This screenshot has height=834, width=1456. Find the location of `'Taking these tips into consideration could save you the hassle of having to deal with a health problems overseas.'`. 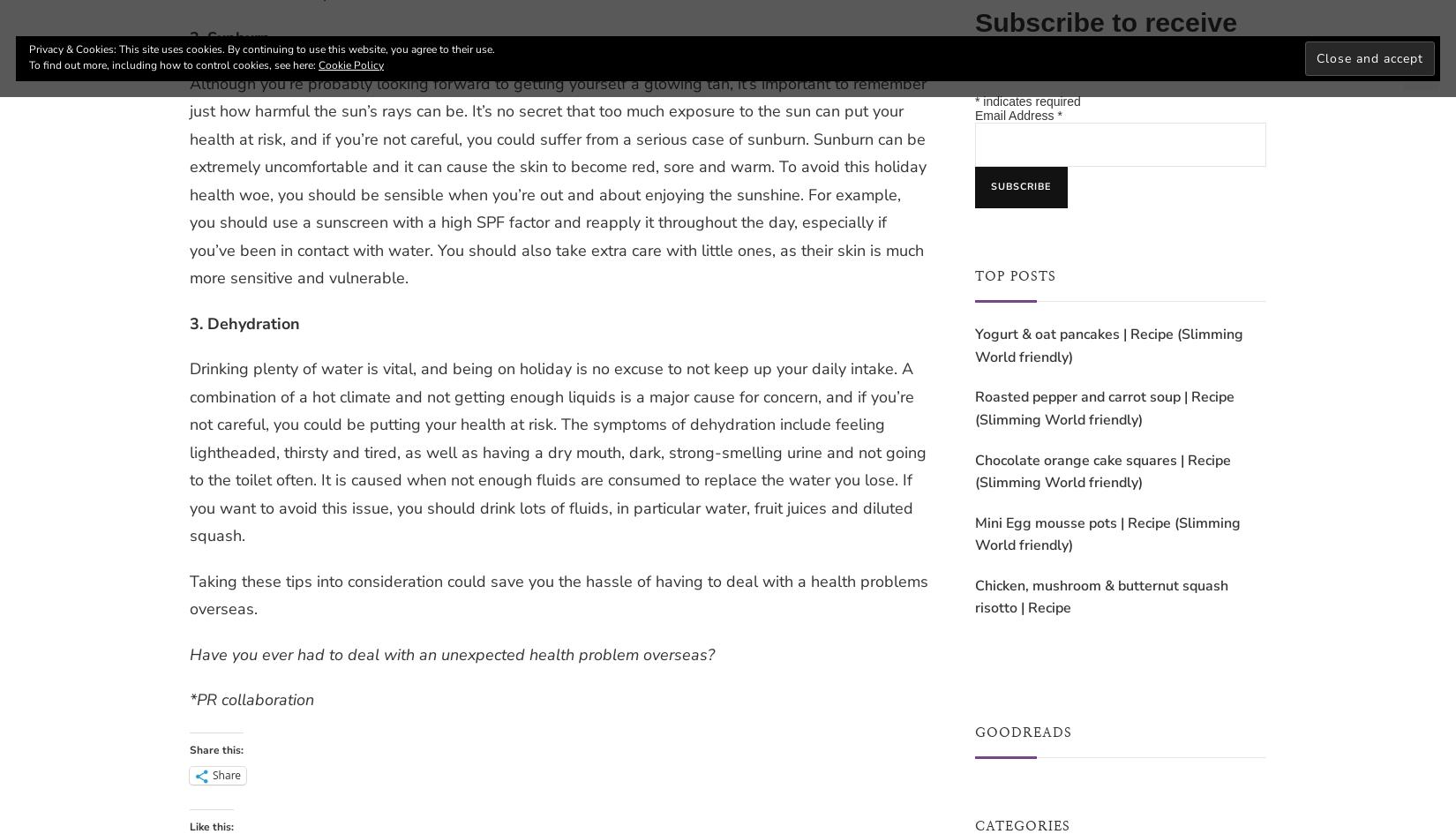

'Taking these tips into consideration could save you the hassle of having to deal with a health problems overseas.' is located at coordinates (558, 593).